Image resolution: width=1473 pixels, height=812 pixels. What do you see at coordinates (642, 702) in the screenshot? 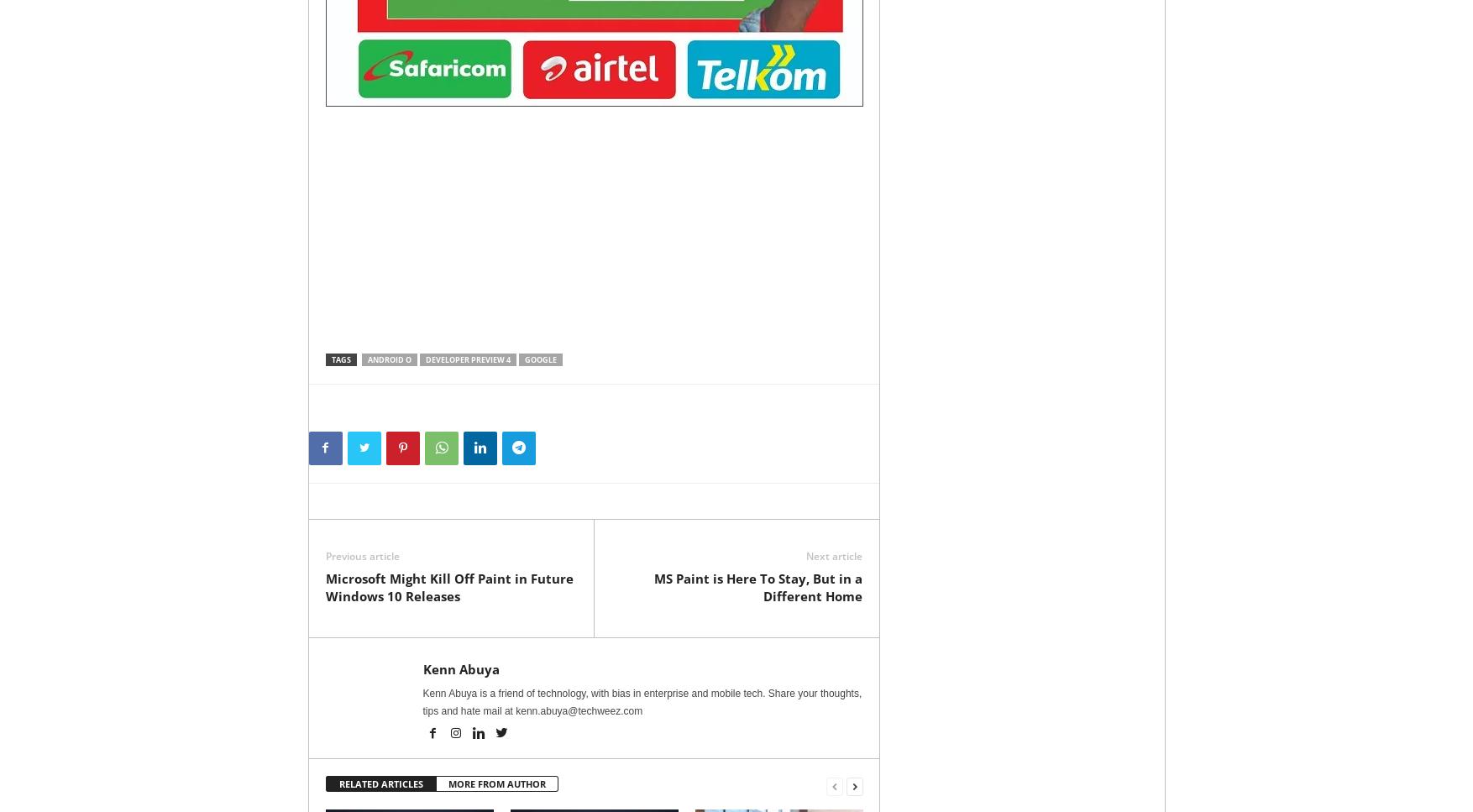
I see `'Kenn Abuya is a friend of technology, with bias in enterprise and mobile tech. Share your thoughts, tips and hate mail at'` at bounding box center [642, 702].